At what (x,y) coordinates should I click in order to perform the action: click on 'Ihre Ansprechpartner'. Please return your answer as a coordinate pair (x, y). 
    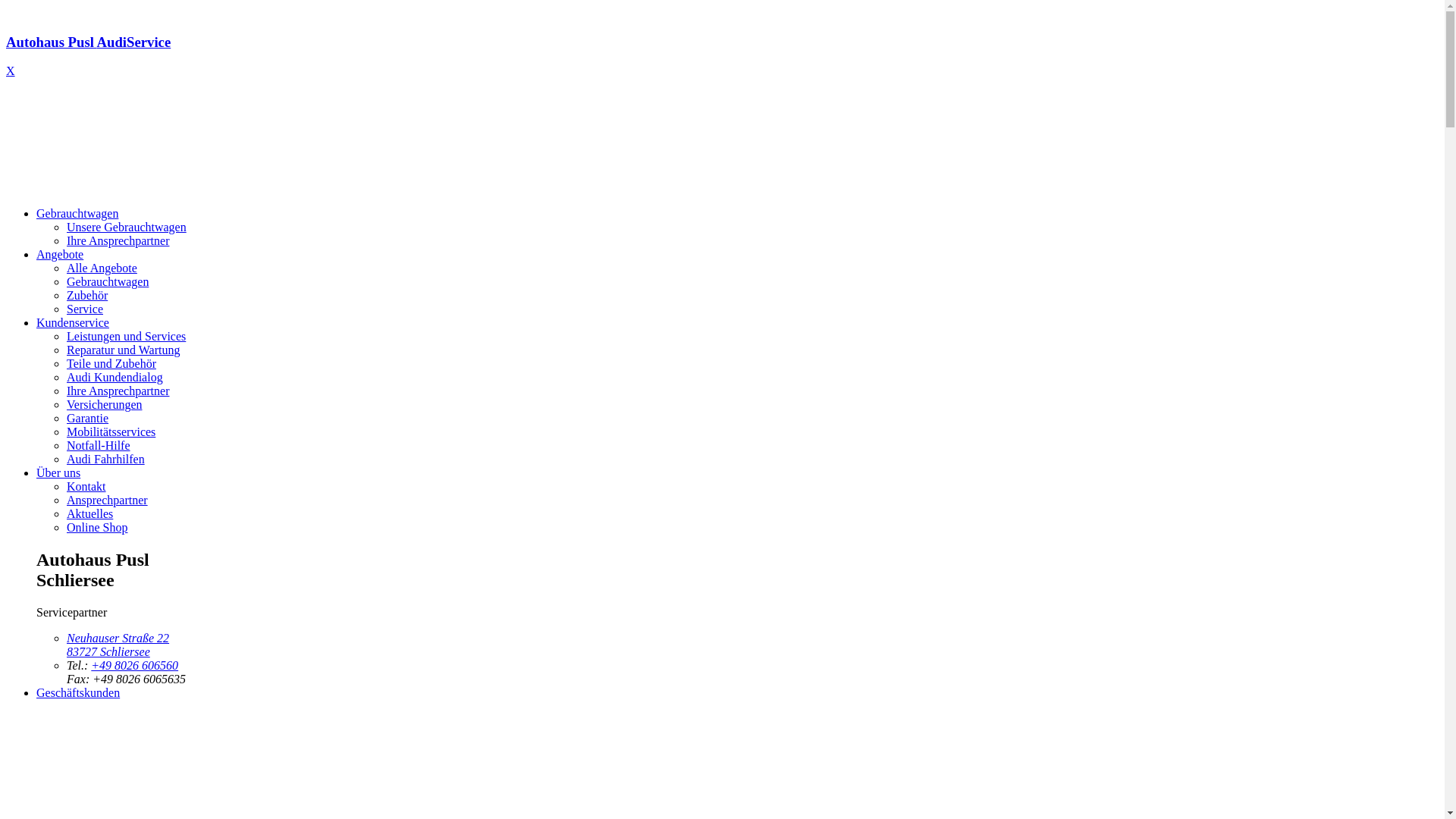
    Looking at the image, I should click on (65, 240).